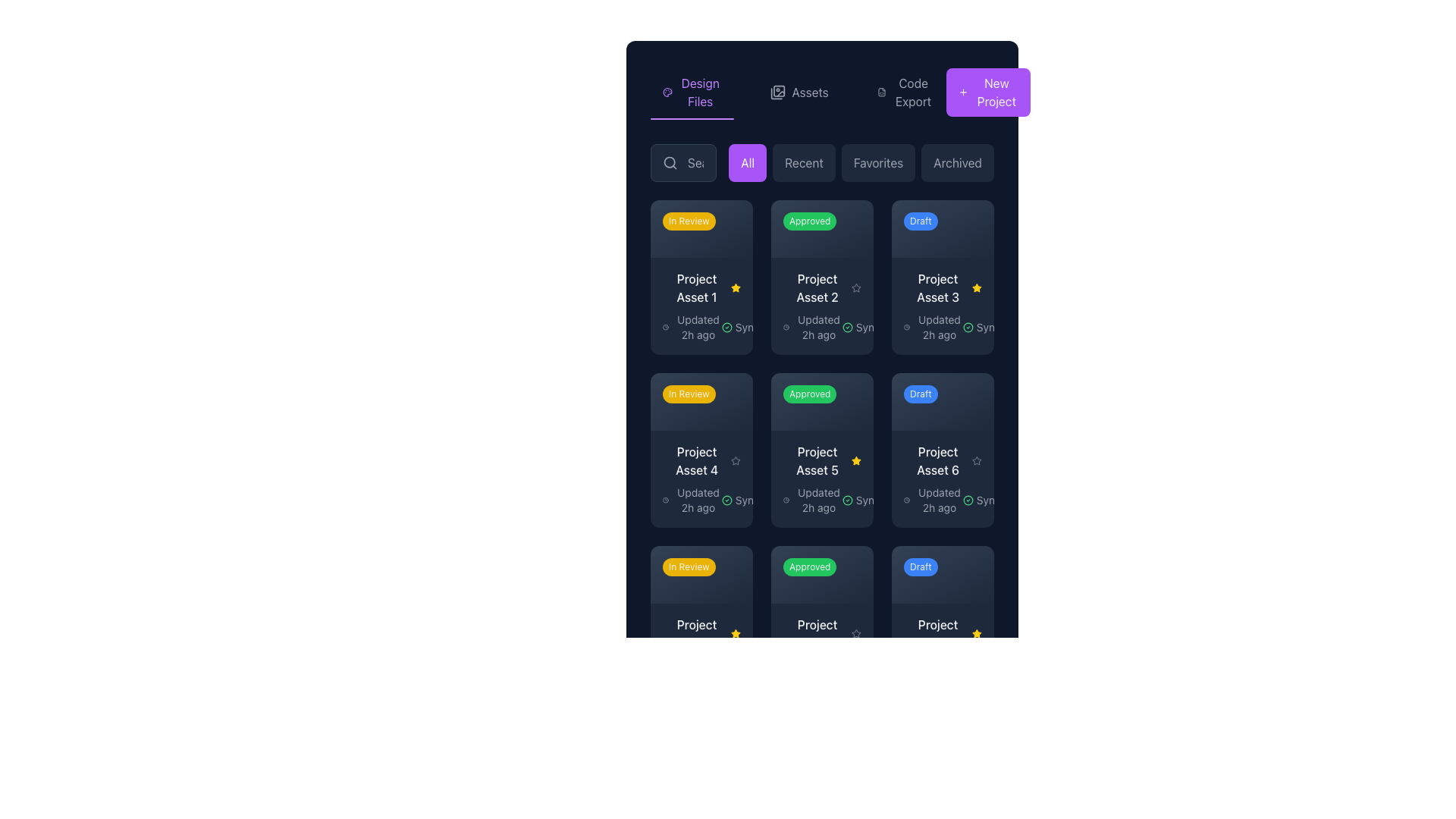 This screenshot has width=1456, height=819. What do you see at coordinates (701, 326) in the screenshot?
I see `the text label stating 'Updated 2h ago Synced' located within the card for 'Project Asset 1' by moving the cursor to its center` at bounding box center [701, 326].